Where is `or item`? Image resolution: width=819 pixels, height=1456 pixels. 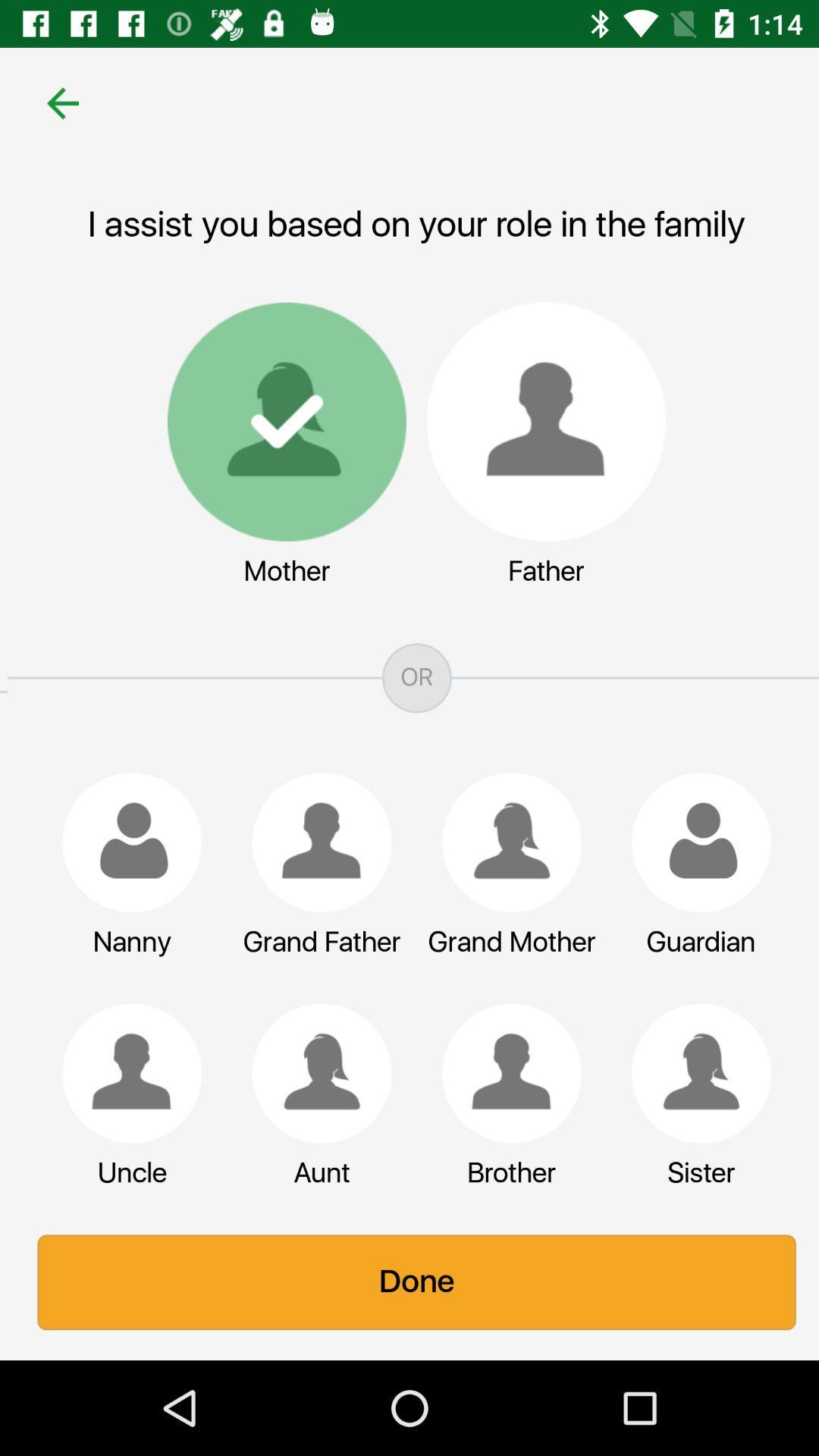
or item is located at coordinates (409, 677).